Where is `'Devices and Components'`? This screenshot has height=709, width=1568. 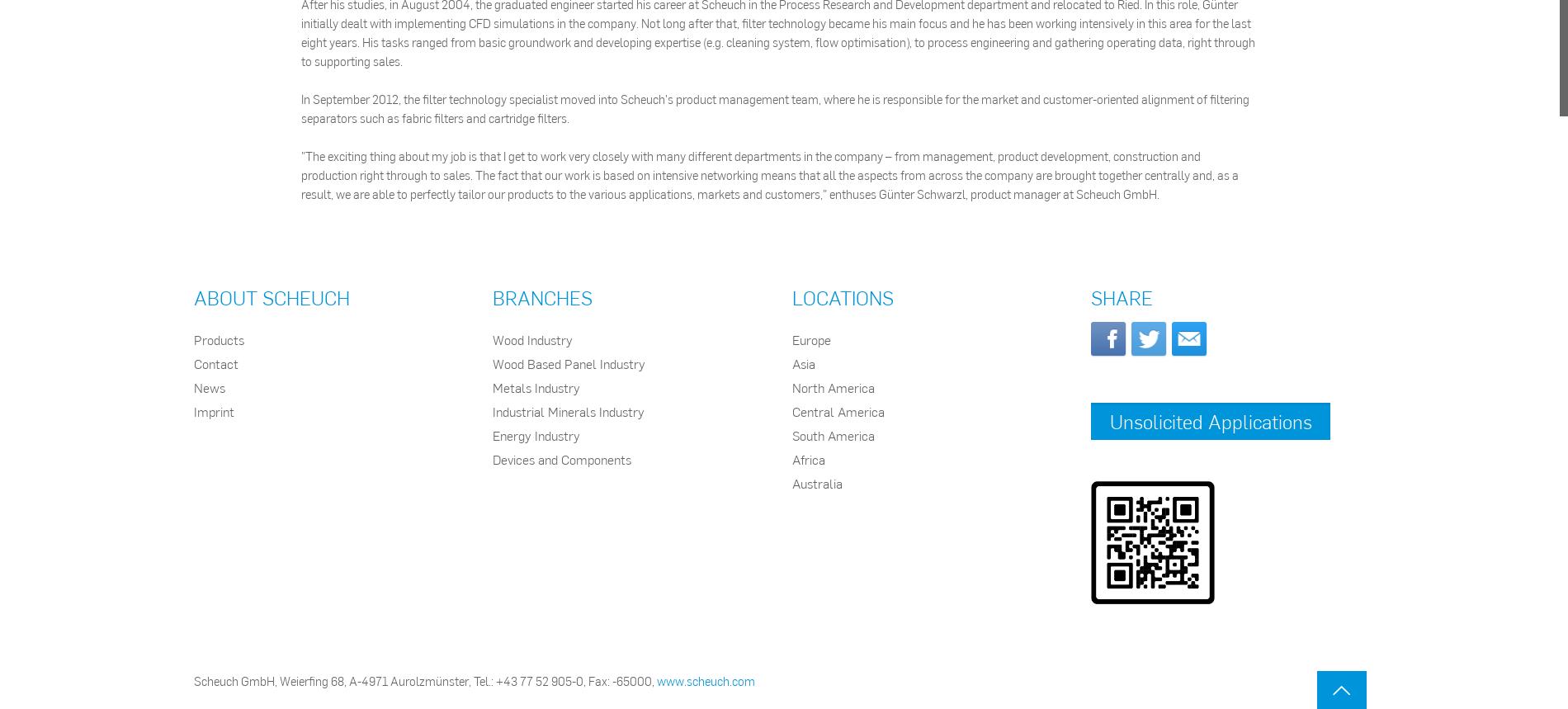 'Devices and Components' is located at coordinates (561, 458).